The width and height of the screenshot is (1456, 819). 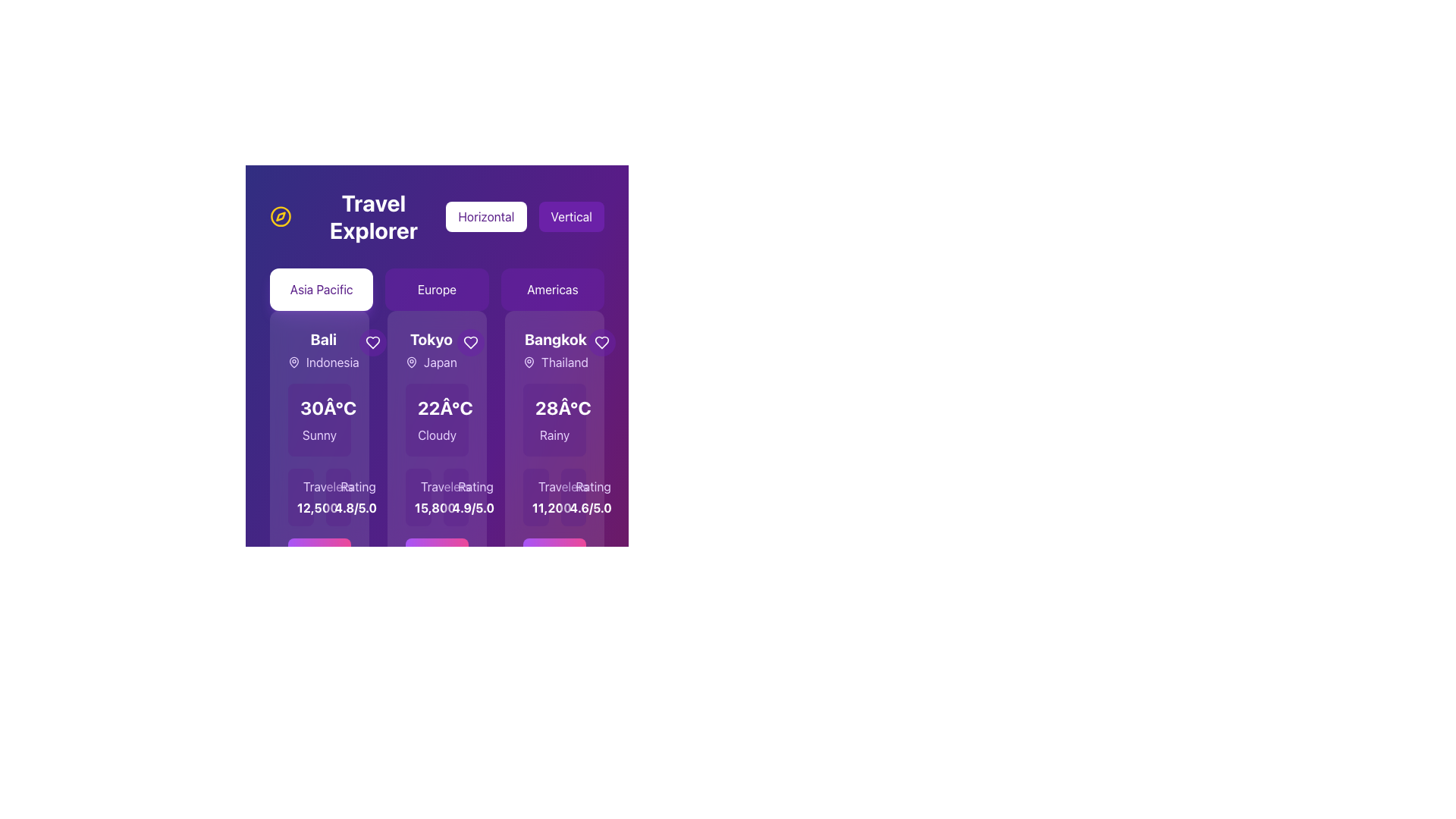 I want to click on details of the travel destination label located in the Asia Pacific tab, positioned in the leftmost column near the top, which provides the name and country of the location, so click(x=322, y=350).